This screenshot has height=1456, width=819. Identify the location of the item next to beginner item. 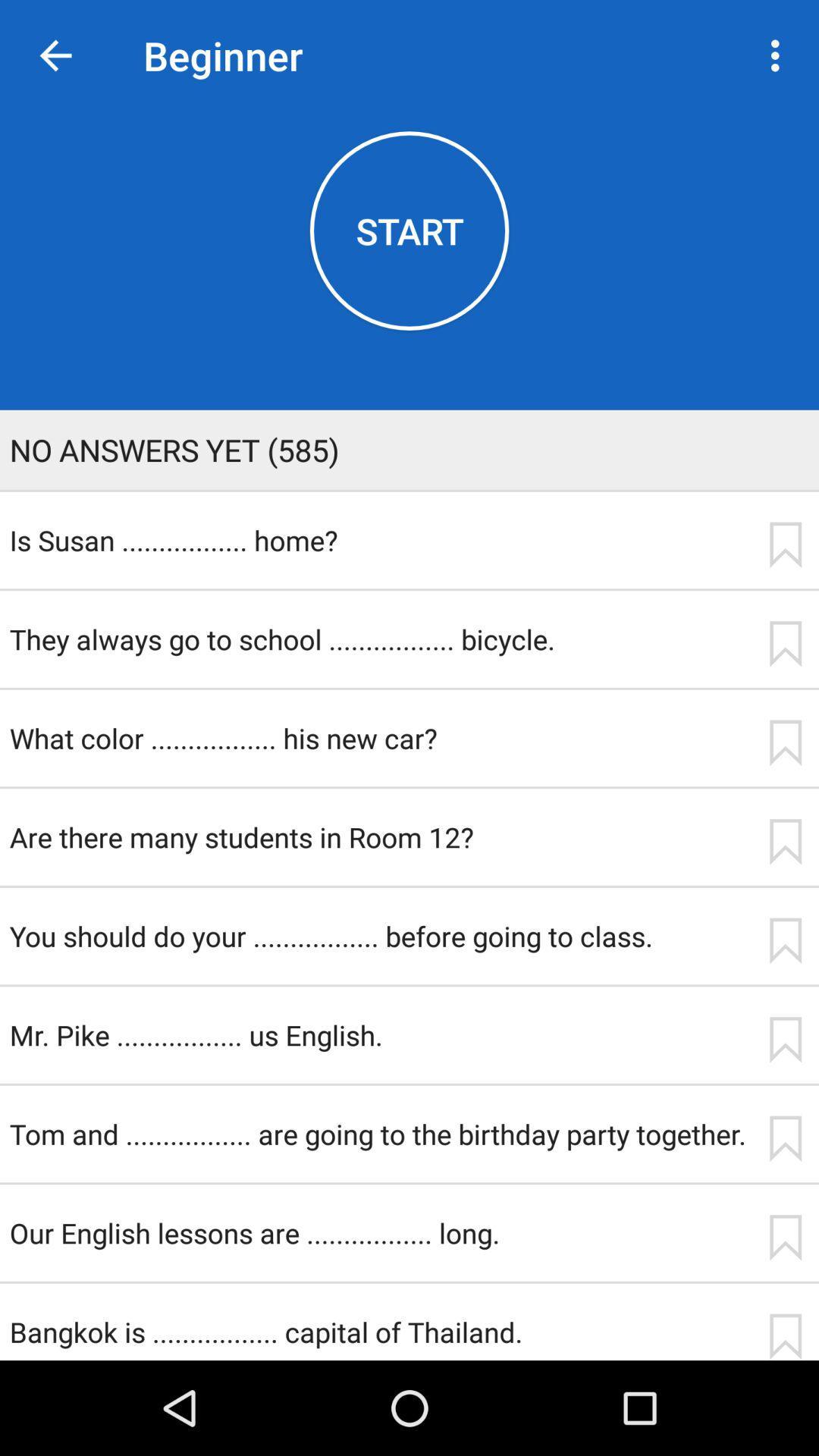
(779, 55).